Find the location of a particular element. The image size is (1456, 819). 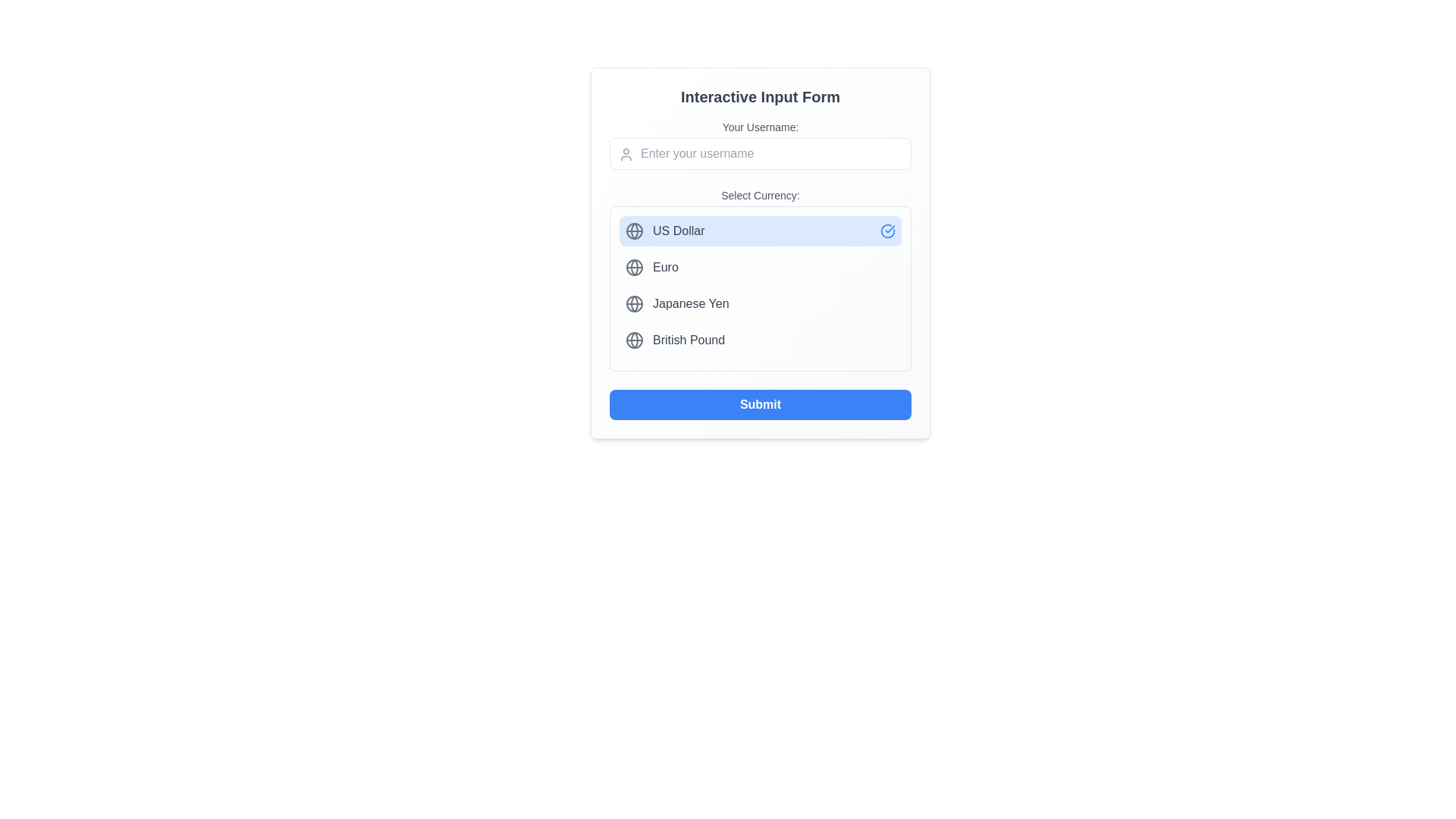

the large, rounded rectangular blue 'Submit' button located at the bottom of the form is located at coordinates (761, 403).